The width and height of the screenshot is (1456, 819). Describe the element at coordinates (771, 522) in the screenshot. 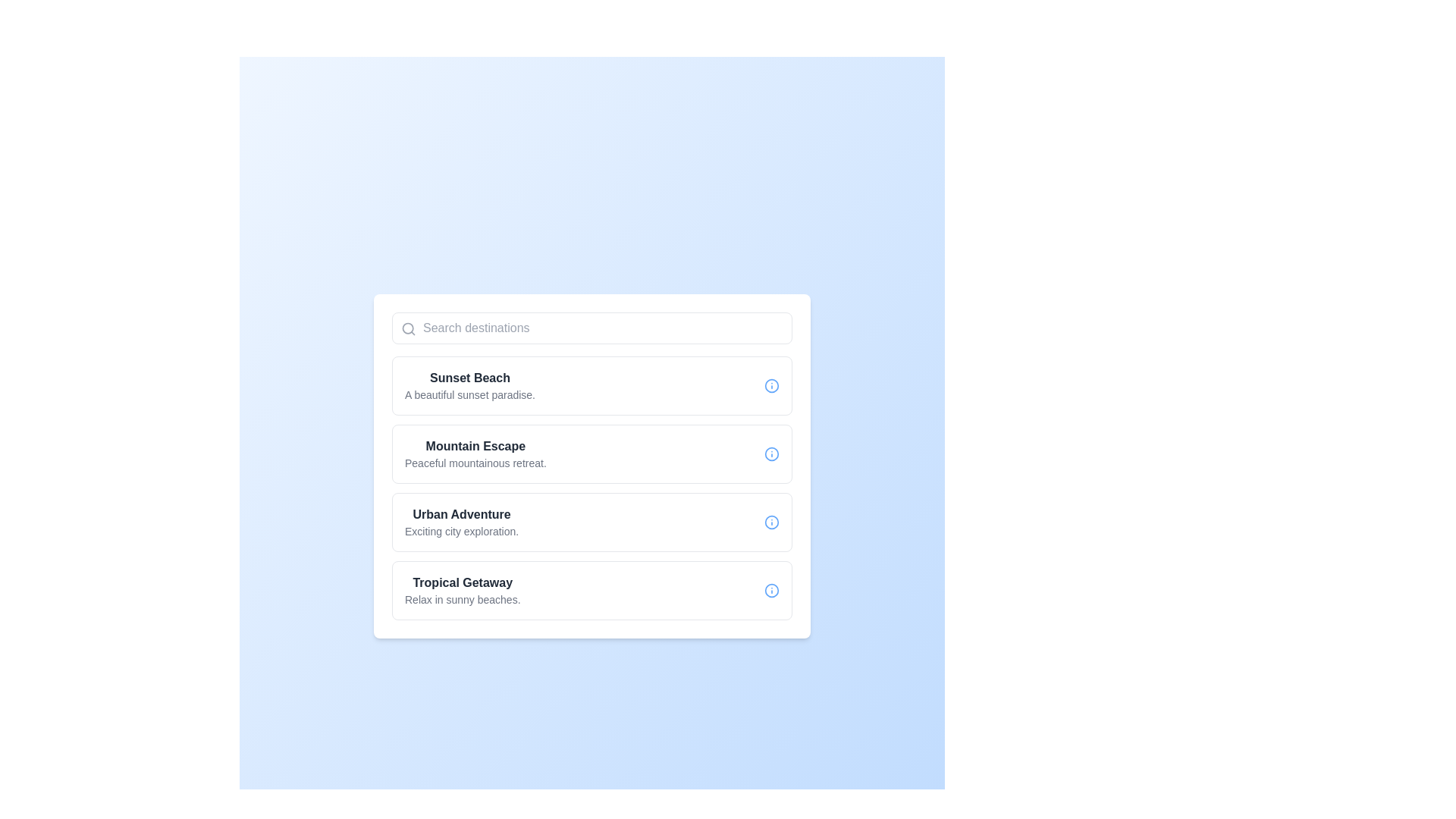

I see `the SVG Circle located to the right of the 'Urban Adventure' list item to observe tooltip or effects` at that location.